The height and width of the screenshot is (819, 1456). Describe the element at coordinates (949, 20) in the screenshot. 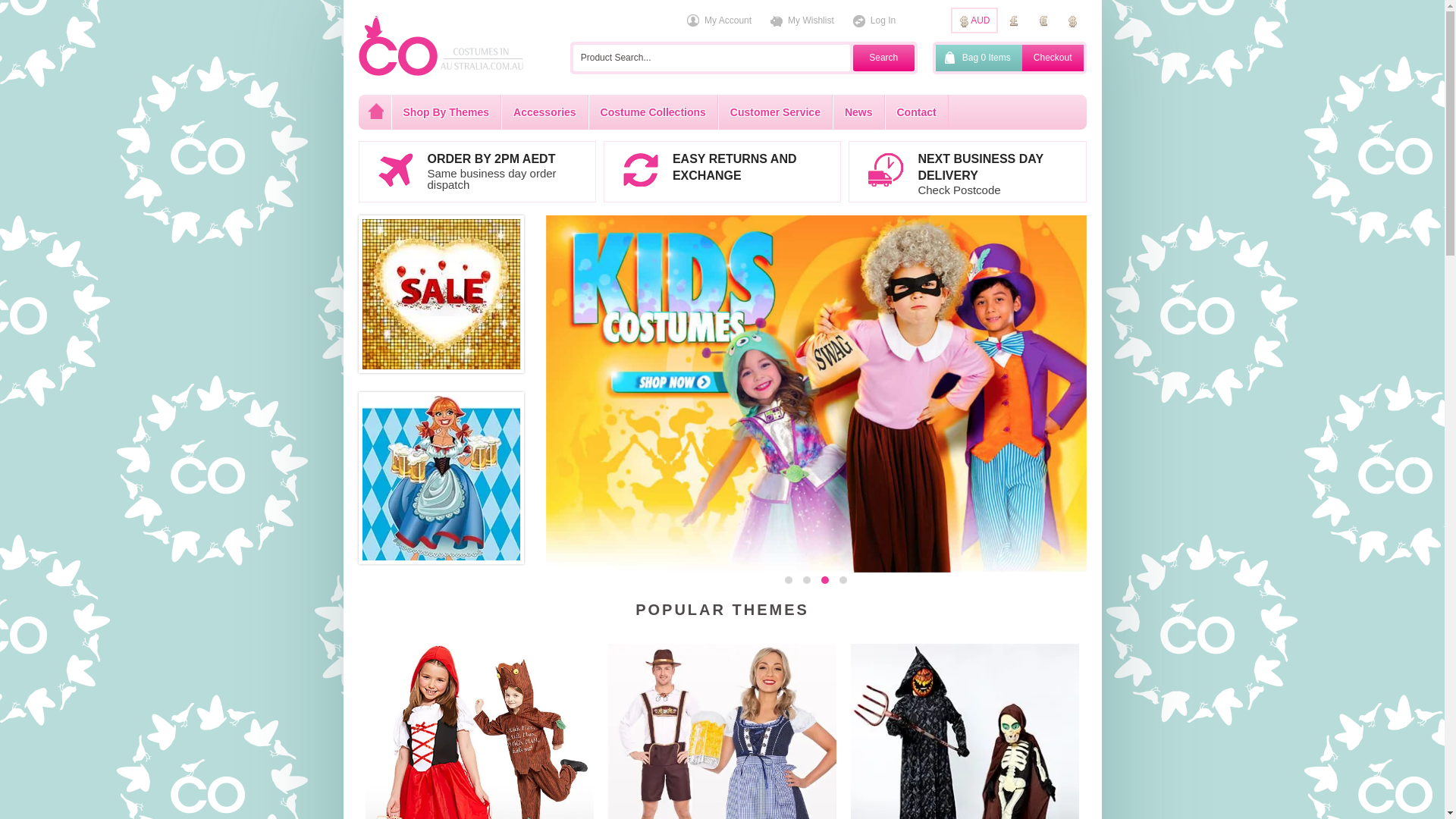

I see `'AUD'` at that location.